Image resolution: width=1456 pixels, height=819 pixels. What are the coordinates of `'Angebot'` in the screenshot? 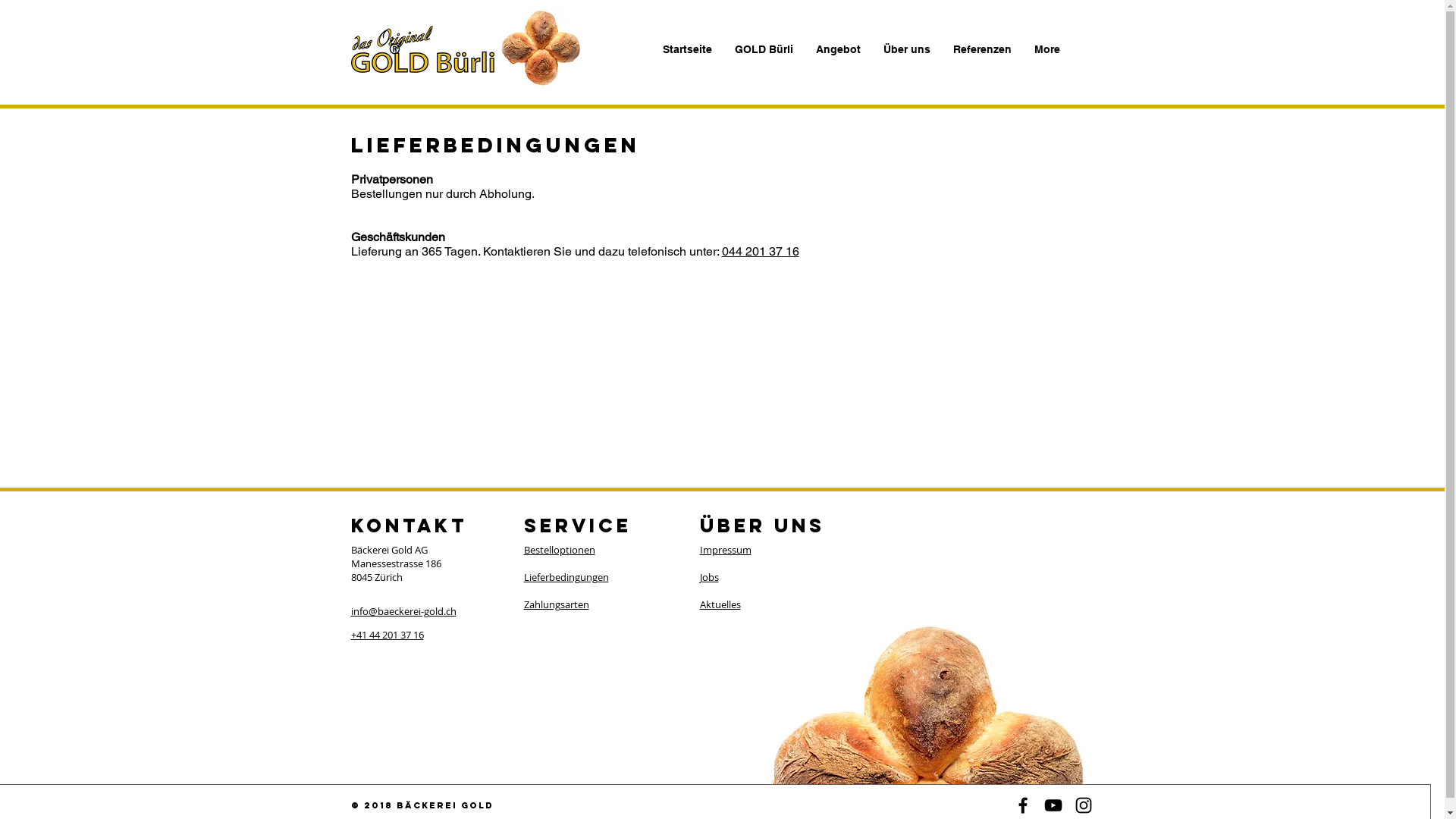 It's located at (836, 49).